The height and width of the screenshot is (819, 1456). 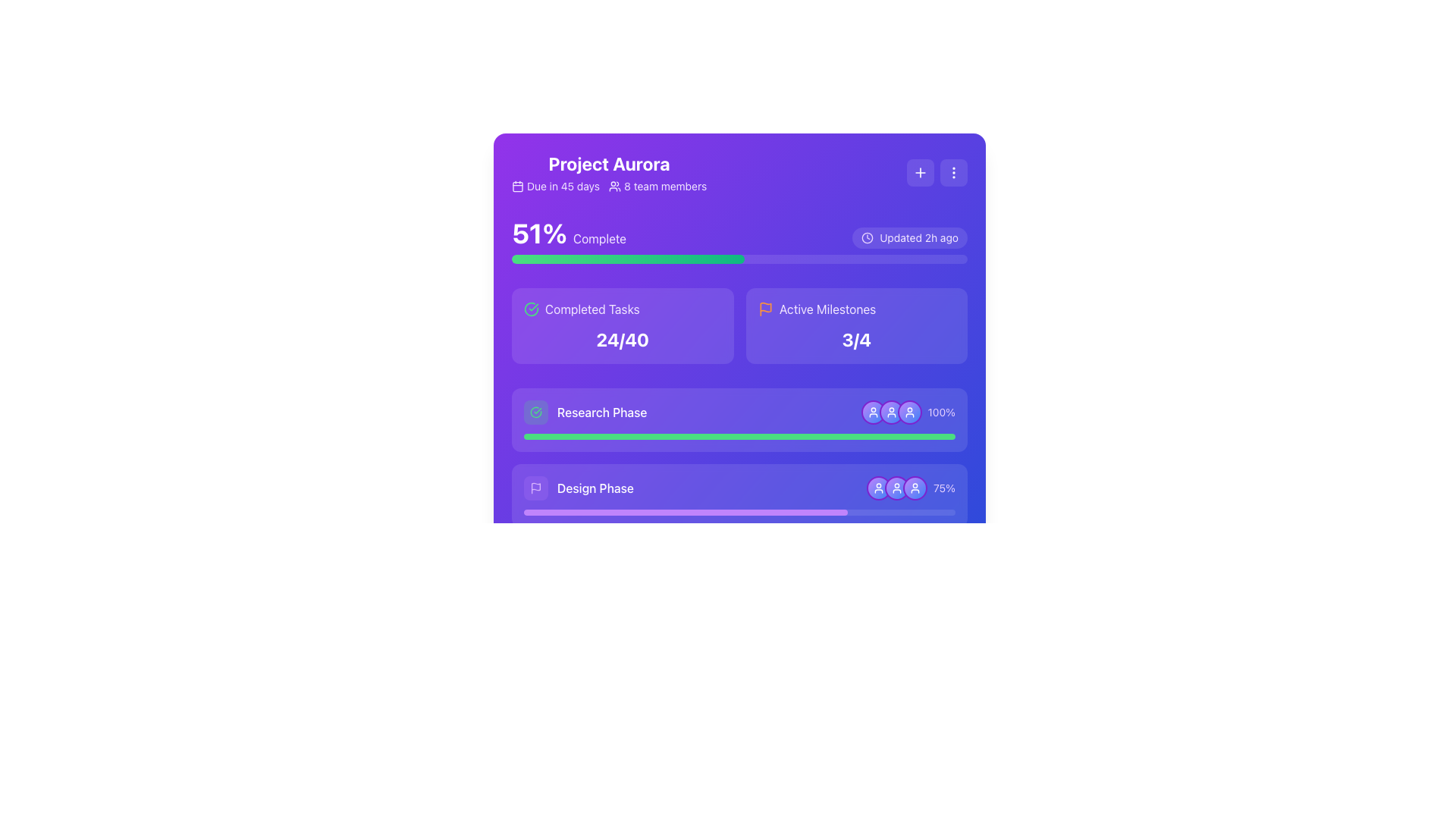 What do you see at coordinates (891, 412) in the screenshot?
I see `the second circular user avatar icon that indicates a user involved in the 'Research Phase'` at bounding box center [891, 412].